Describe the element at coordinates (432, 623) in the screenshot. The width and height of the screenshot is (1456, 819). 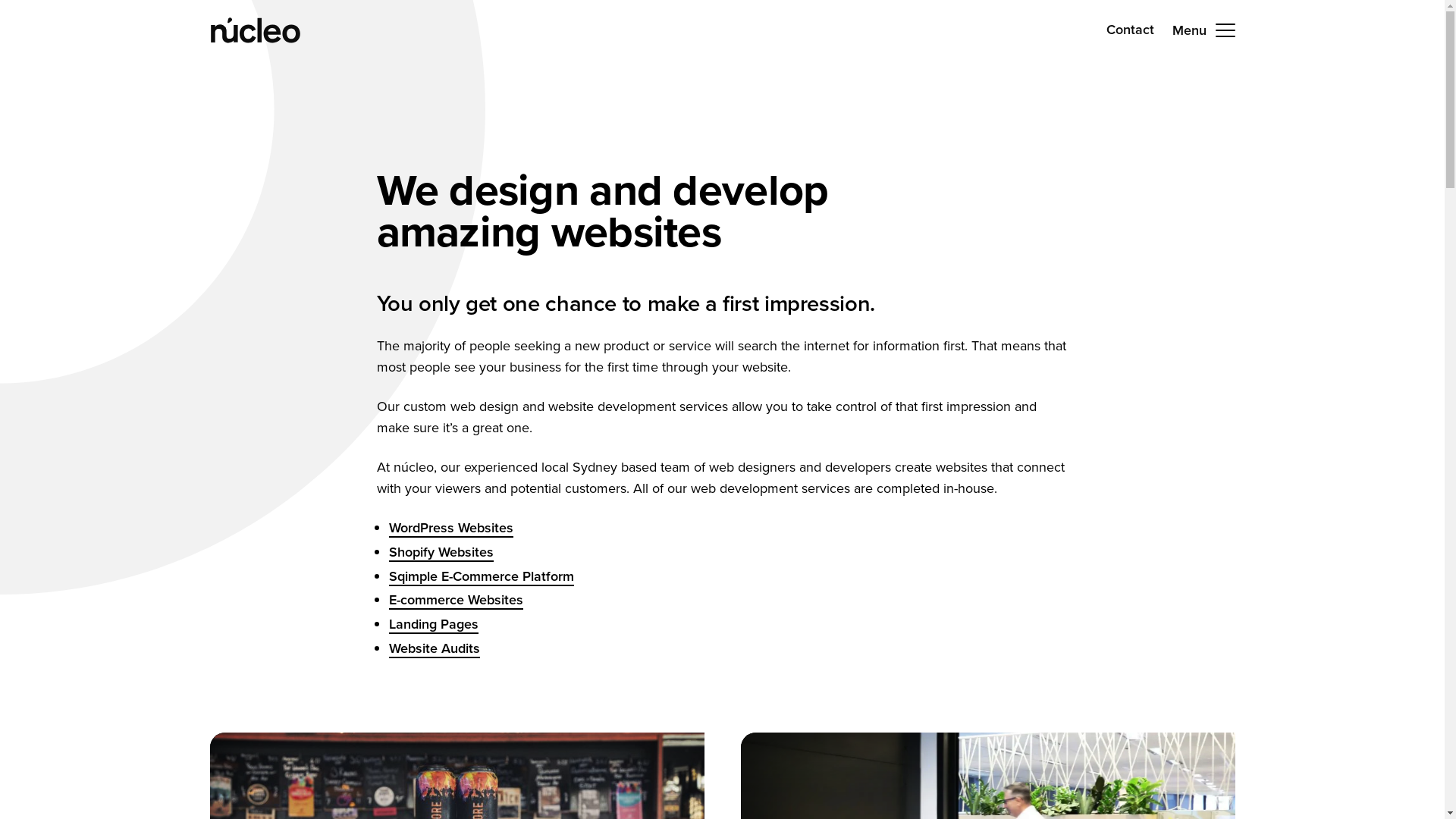
I see `'Landing Pages'` at that location.